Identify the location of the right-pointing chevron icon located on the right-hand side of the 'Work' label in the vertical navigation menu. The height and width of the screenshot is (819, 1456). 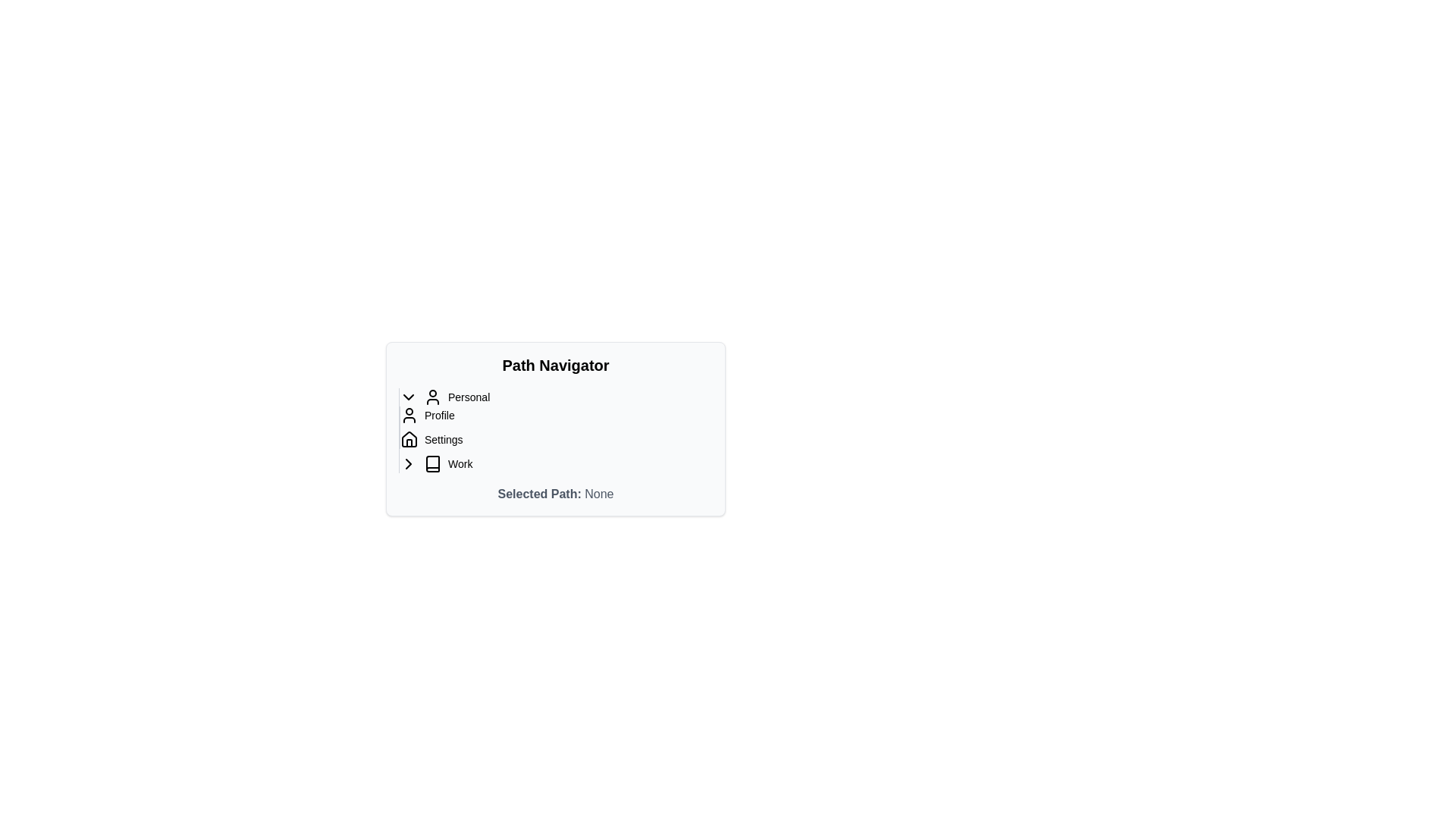
(408, 463).